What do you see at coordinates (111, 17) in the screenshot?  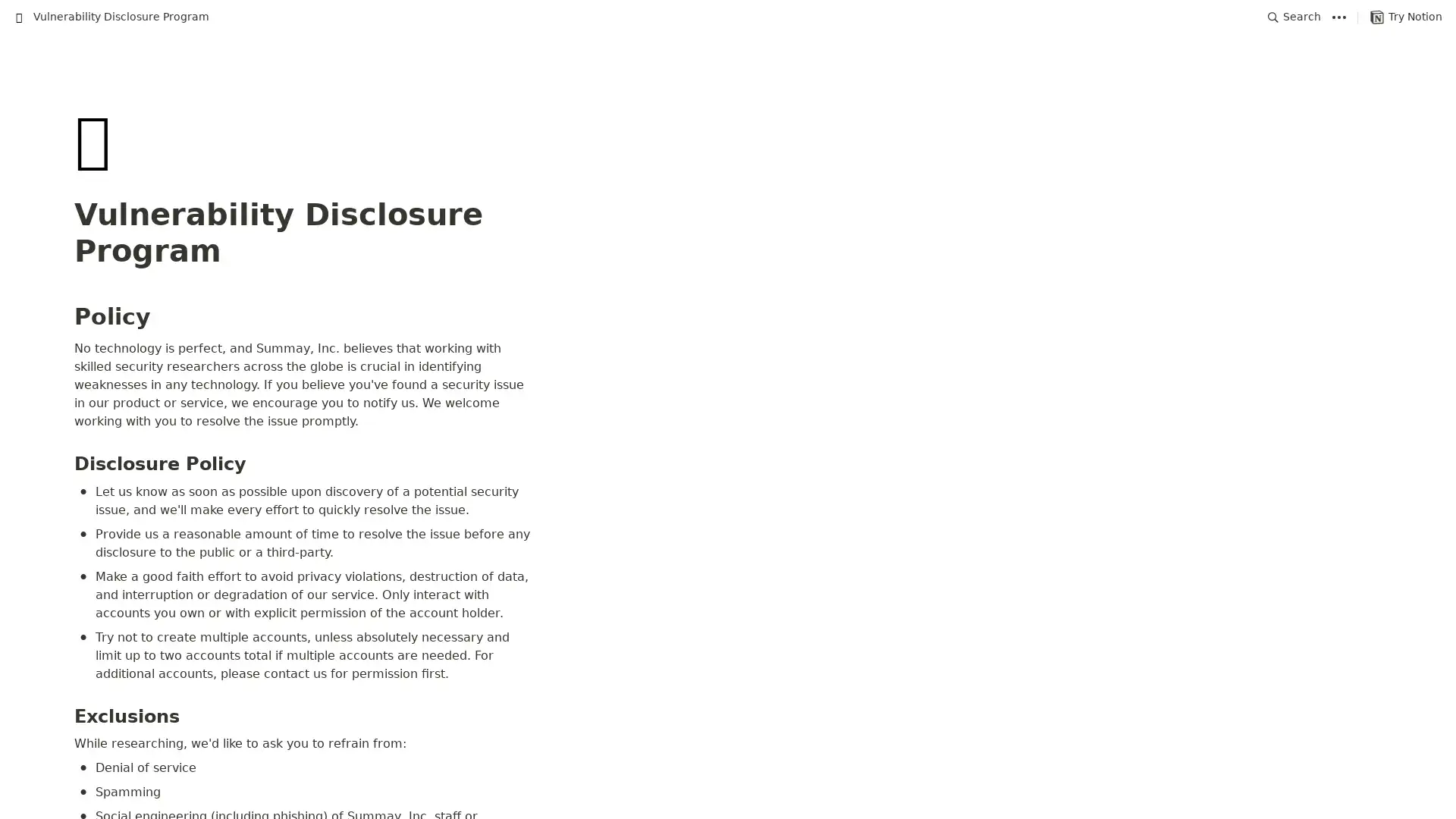 I see `Vulnerability Disclosure Program` at bounding box center [111, 17].